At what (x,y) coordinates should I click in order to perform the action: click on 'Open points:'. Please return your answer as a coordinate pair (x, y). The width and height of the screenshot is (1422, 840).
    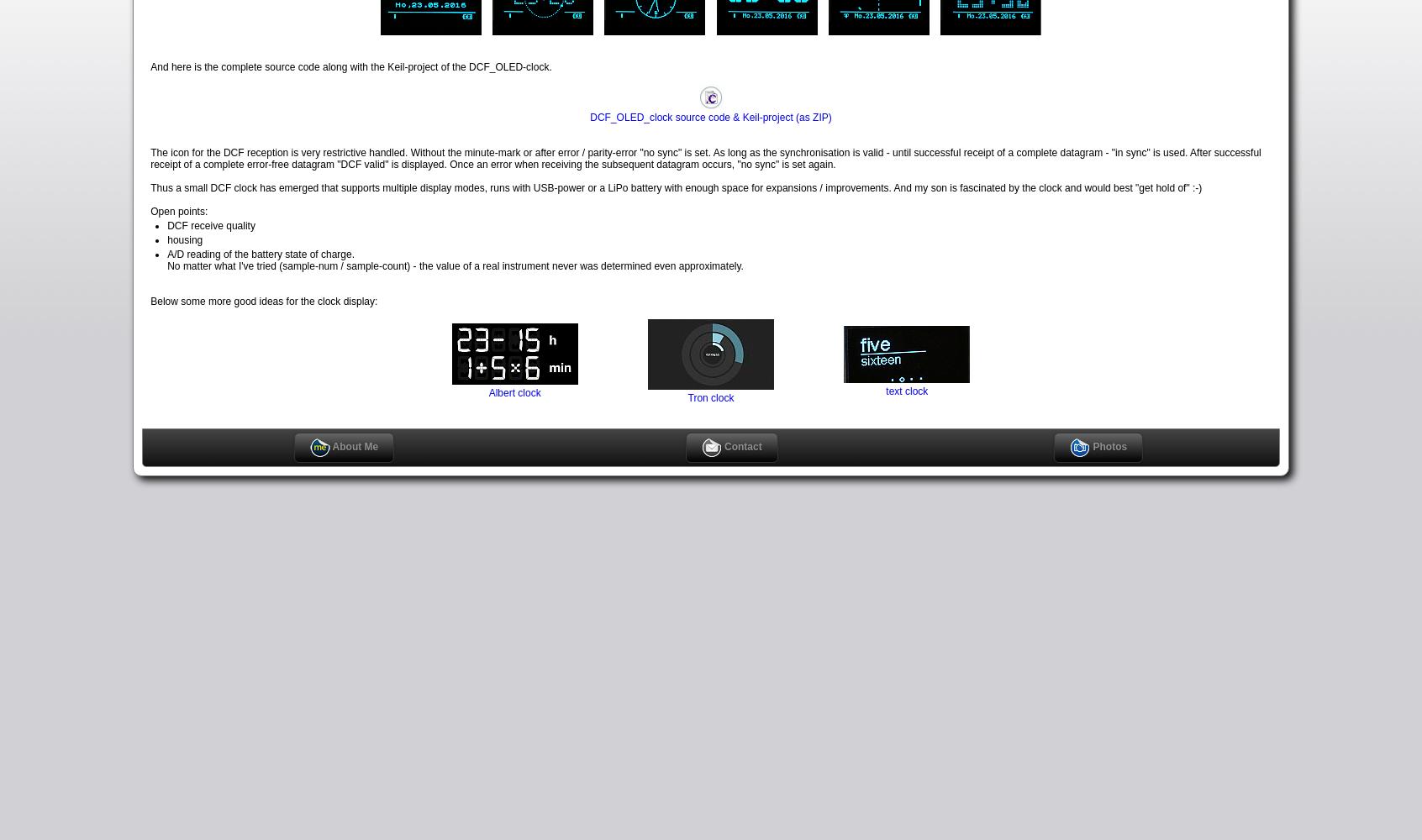
    Looking at the image, I should click on (150, 211).